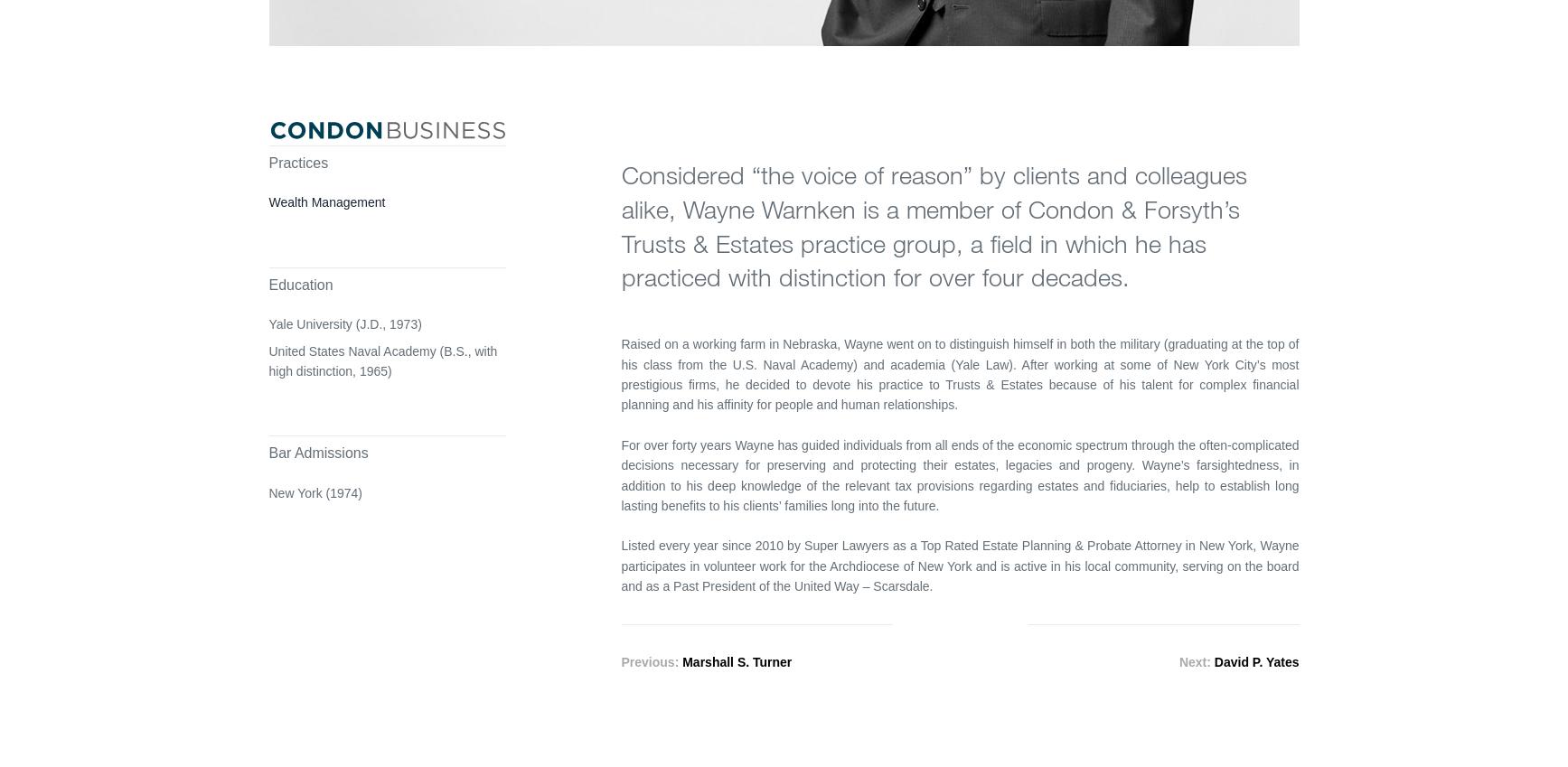 The image size is (1568, 767). I want to click on 'David P. Yates', so click(1255, 661).